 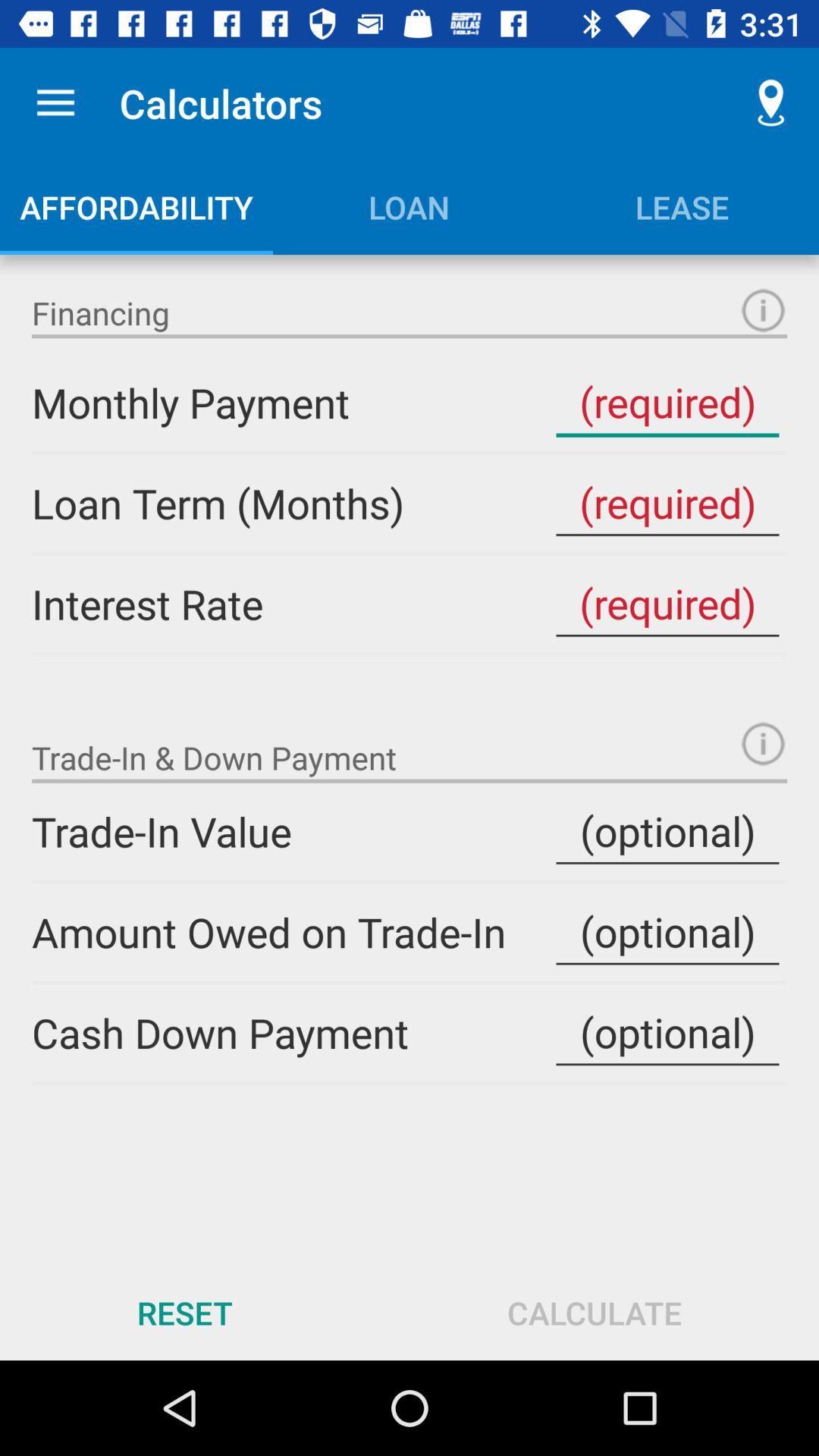 I want to click on item next to calculators icon, so click(x=55, y=102).